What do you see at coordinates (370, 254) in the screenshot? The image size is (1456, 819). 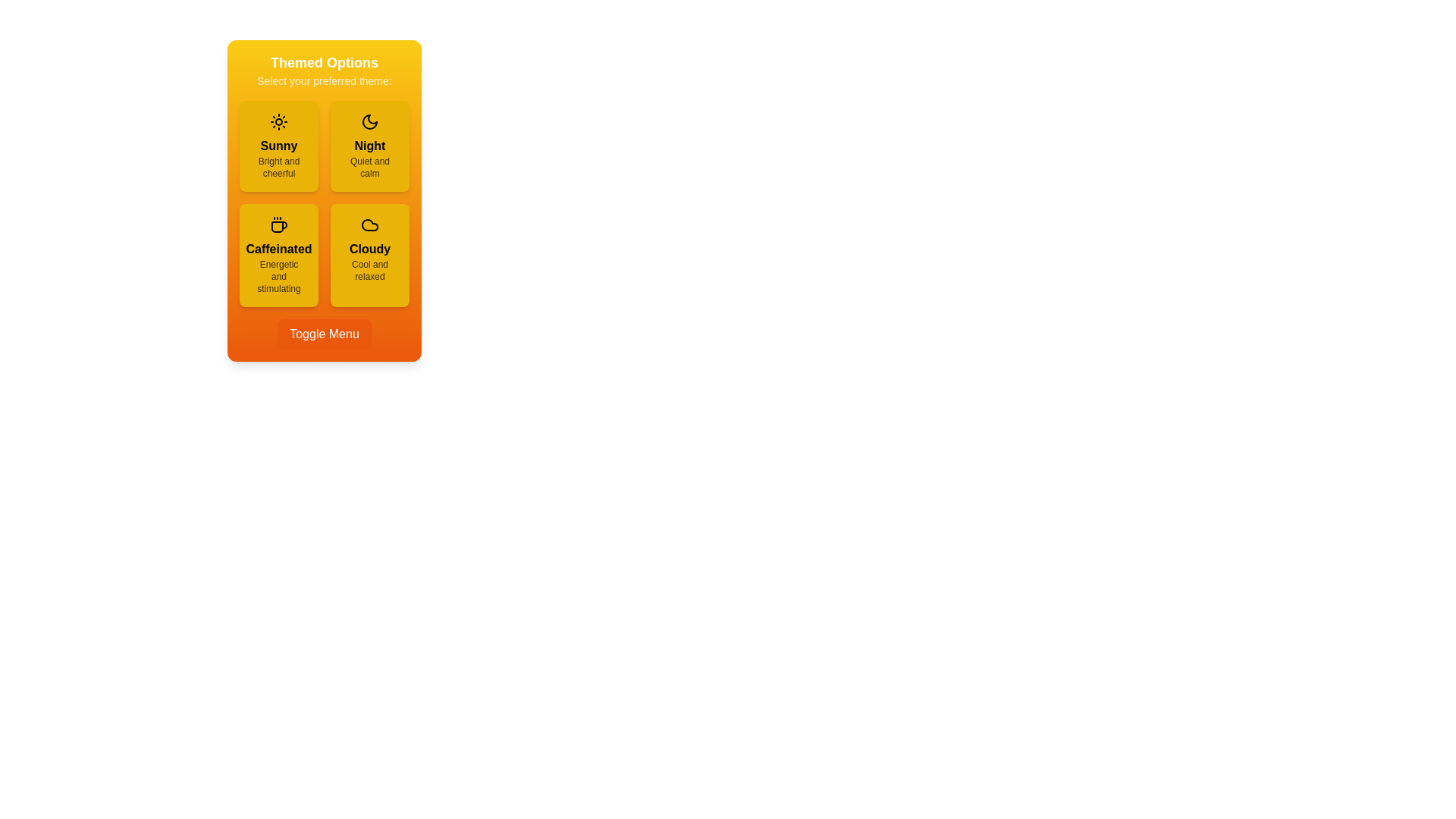 I see `the theme option Cloudy to view its hover effect` at bounding box center [370, 254].